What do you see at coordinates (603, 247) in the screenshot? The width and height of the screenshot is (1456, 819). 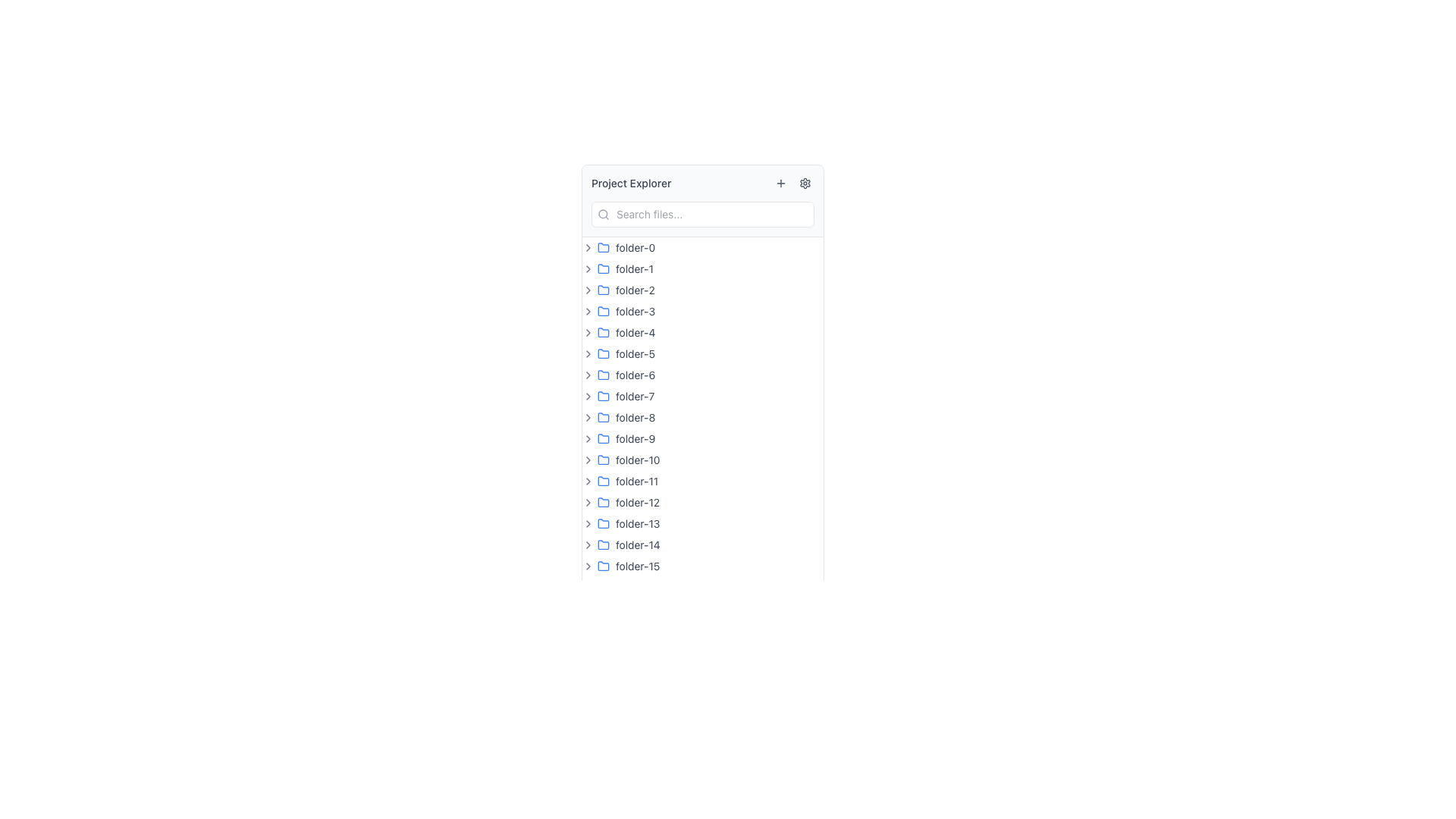 I see `the blue folder icon with rounded edges located in the first folder item of the 'Project Explorer' sidebar` at bounding box center [603, 247].